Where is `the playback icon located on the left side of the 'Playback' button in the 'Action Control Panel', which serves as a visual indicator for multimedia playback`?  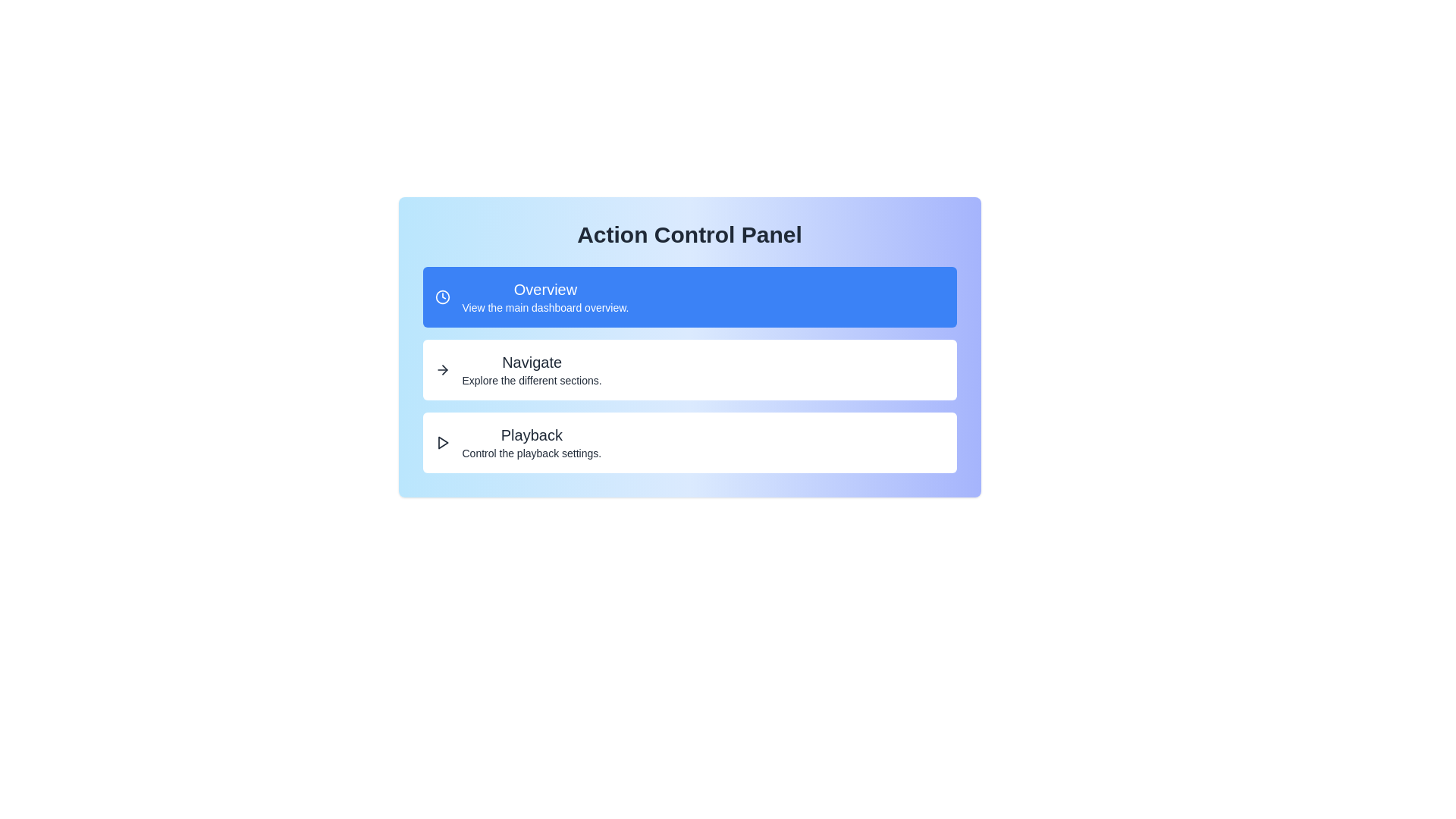 the playback icon located on the left side of the 'Playback' button in the 'Action Control Panel', which serves as a visual indicator for multimedia playback is located at coordinates (442, 442).